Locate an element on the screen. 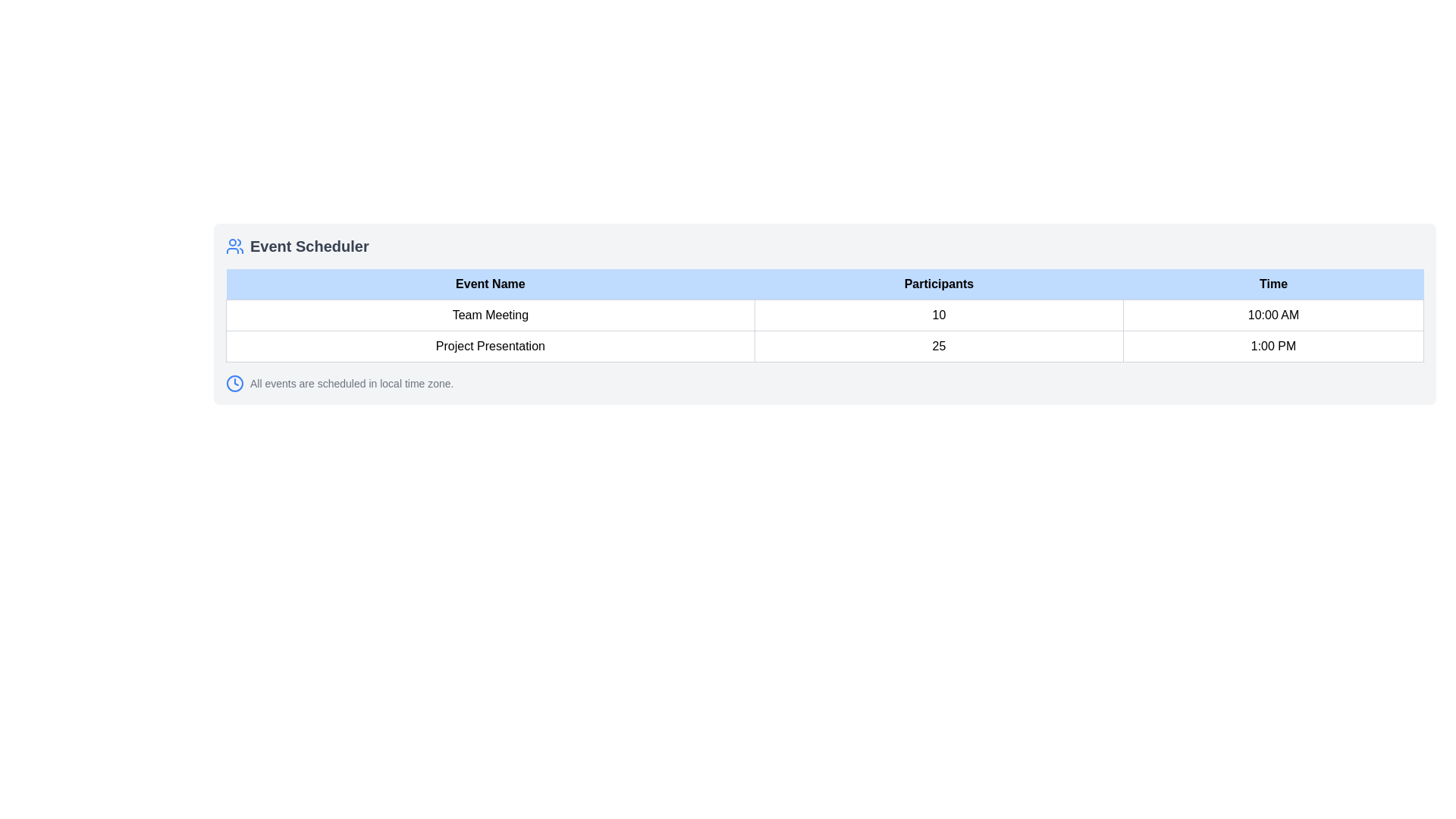 Image resolution: width=1456 pixels, height=819 pixels. displayed information from the first row of the events table, which includes the event name 'Team Meeting', the number of participants '10', and the event time '10:00 AM' is located at coordinates (824, 315).